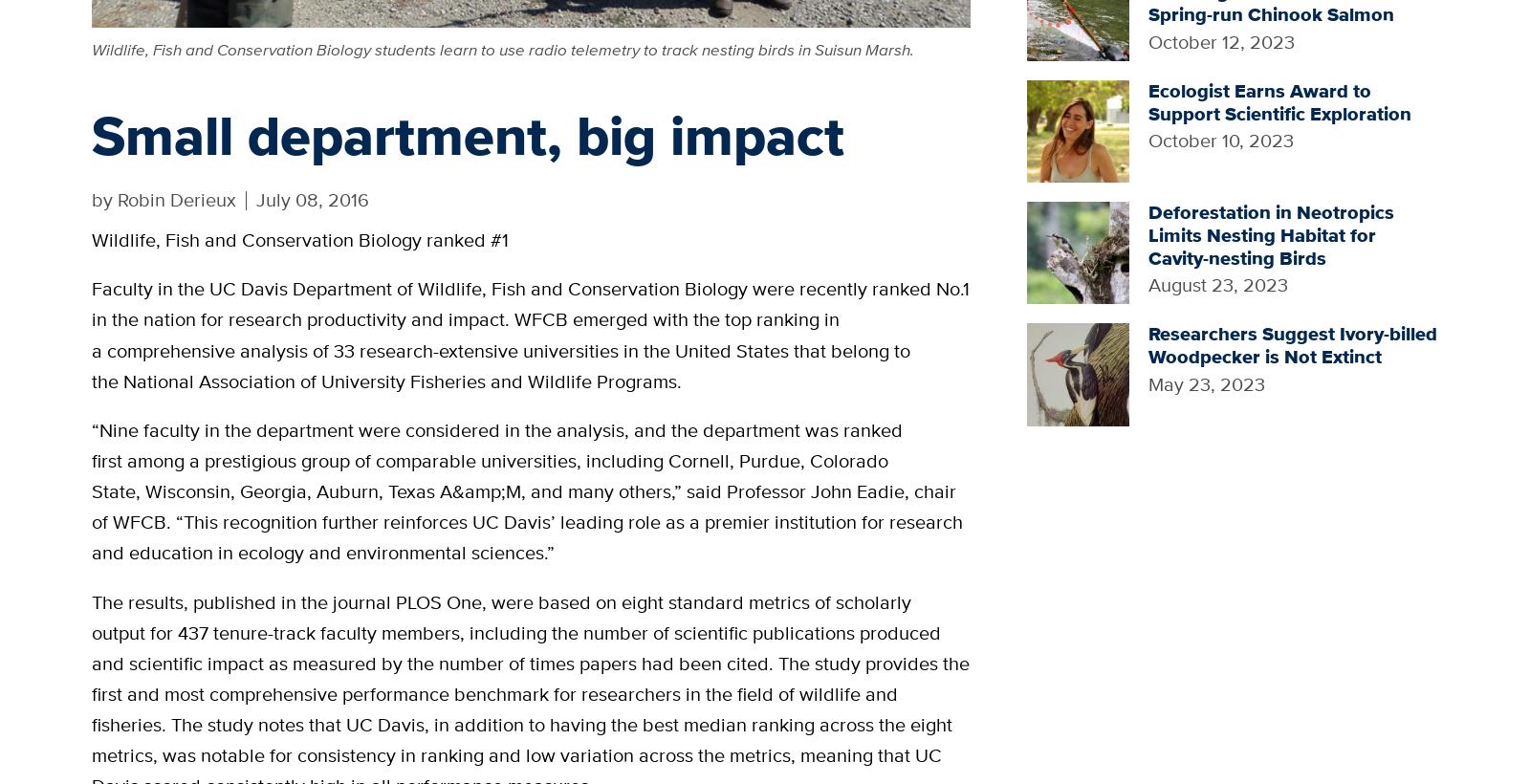 Image resolution: width=1530 pixels, height=784 pixels. Describe the element at coordinates (255, 198) in the screenshot. I see `'July 08, 2016'` at that location.